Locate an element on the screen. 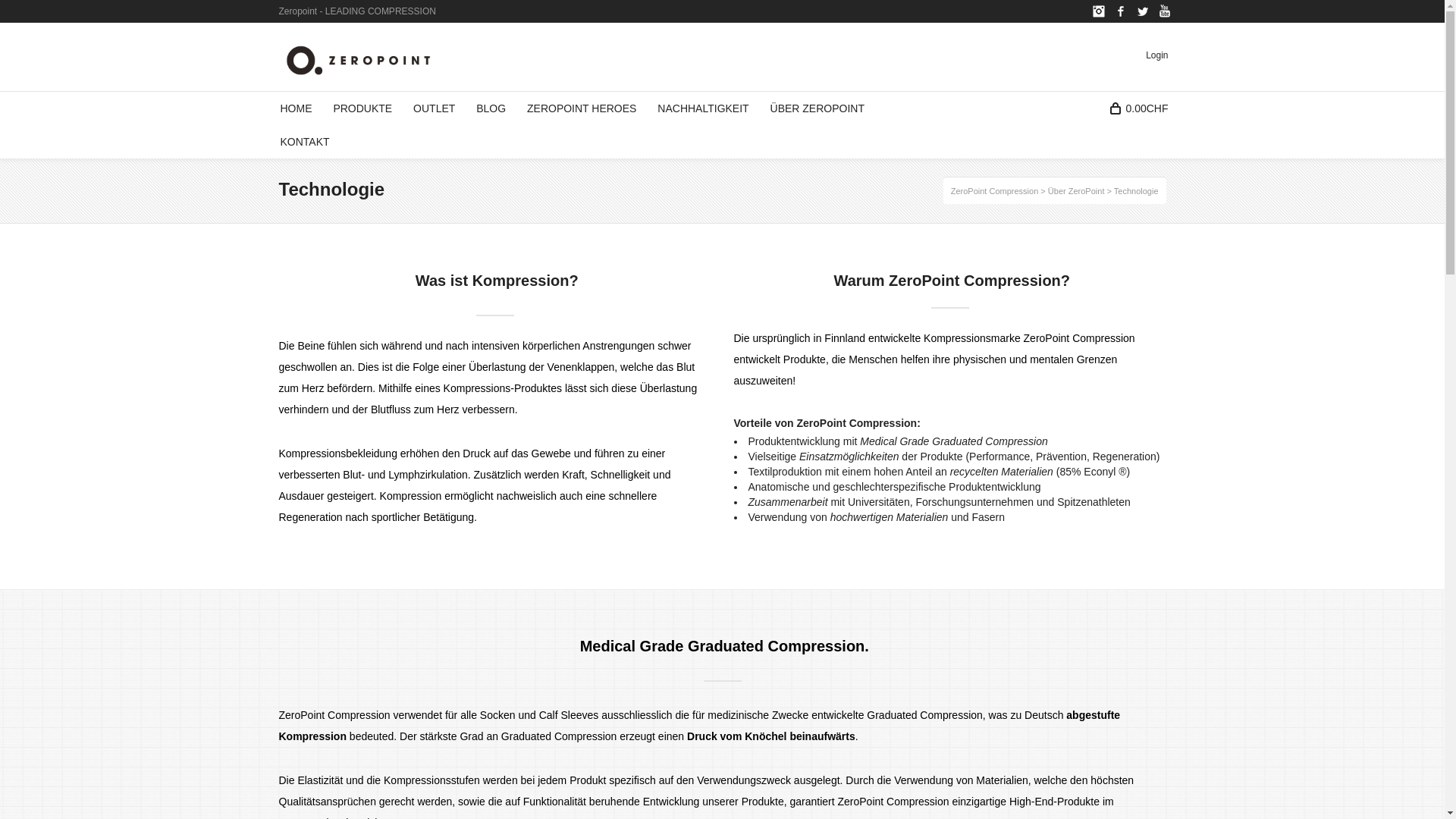  'Login' is located at coordinates (1160, 55).